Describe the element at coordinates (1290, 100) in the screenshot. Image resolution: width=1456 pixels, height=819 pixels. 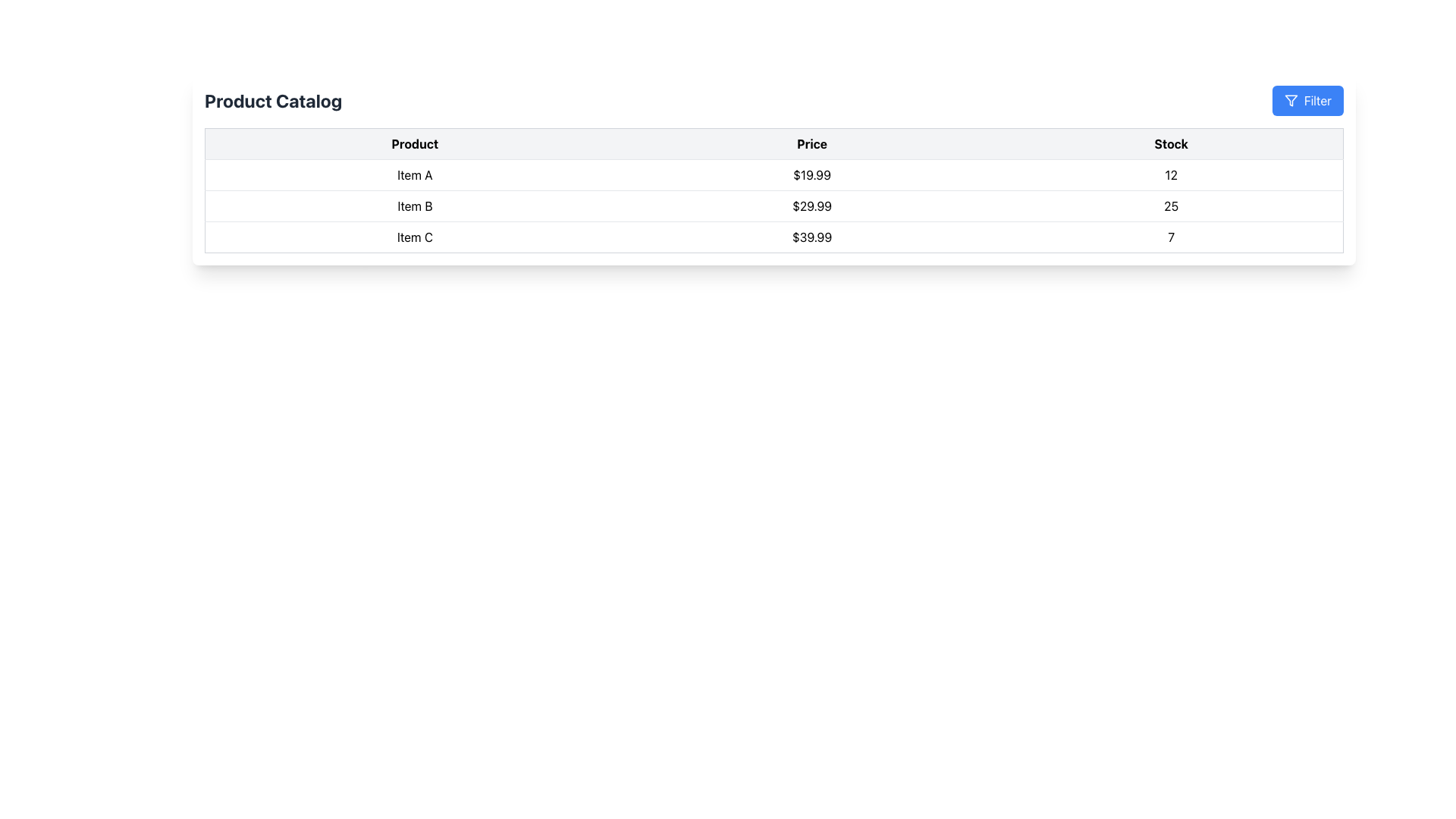
I see `the filter icon located at the top-right corner of the layout, which visually signifies the function of filtering data` at that location.